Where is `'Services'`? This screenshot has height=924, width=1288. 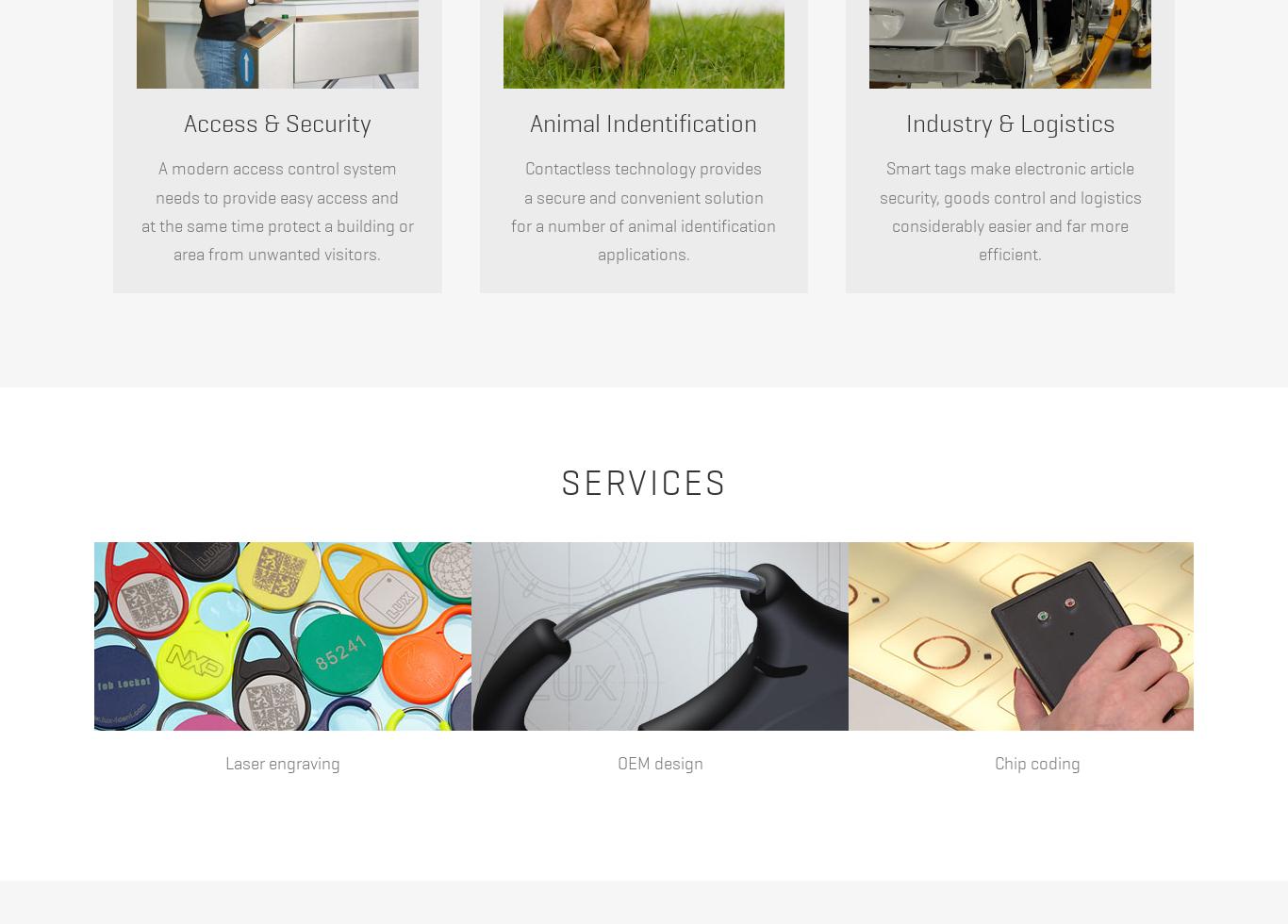
'Services' is located at coordinates (558, 482).